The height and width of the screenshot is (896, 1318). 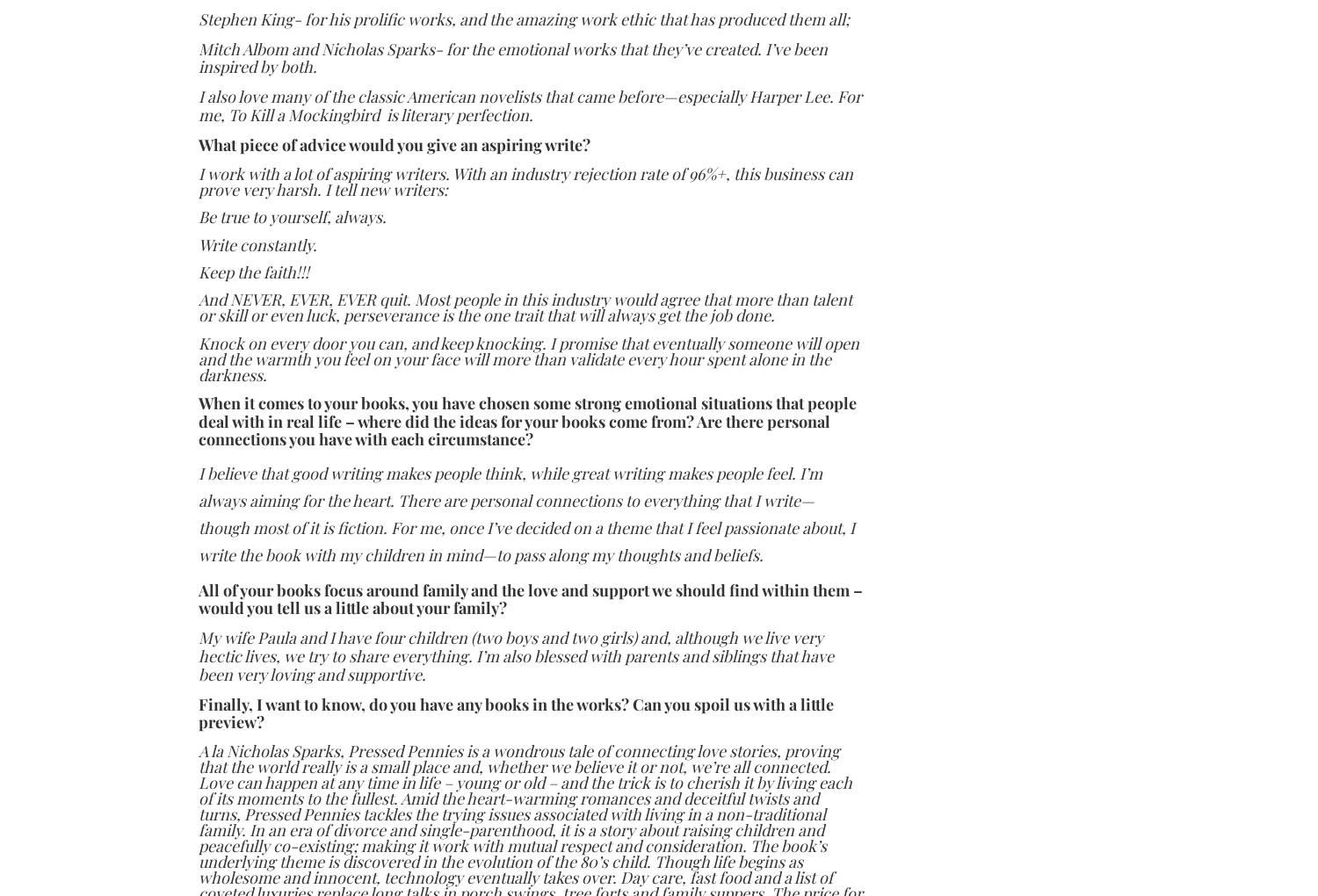 I want to click on 'When it comes to your books, you have chosen some strong emotional situations that people deal with in real life – where did the ideas for your books come from? Are there personal connections you have with each circumstance?', so click(x=525, y=420).